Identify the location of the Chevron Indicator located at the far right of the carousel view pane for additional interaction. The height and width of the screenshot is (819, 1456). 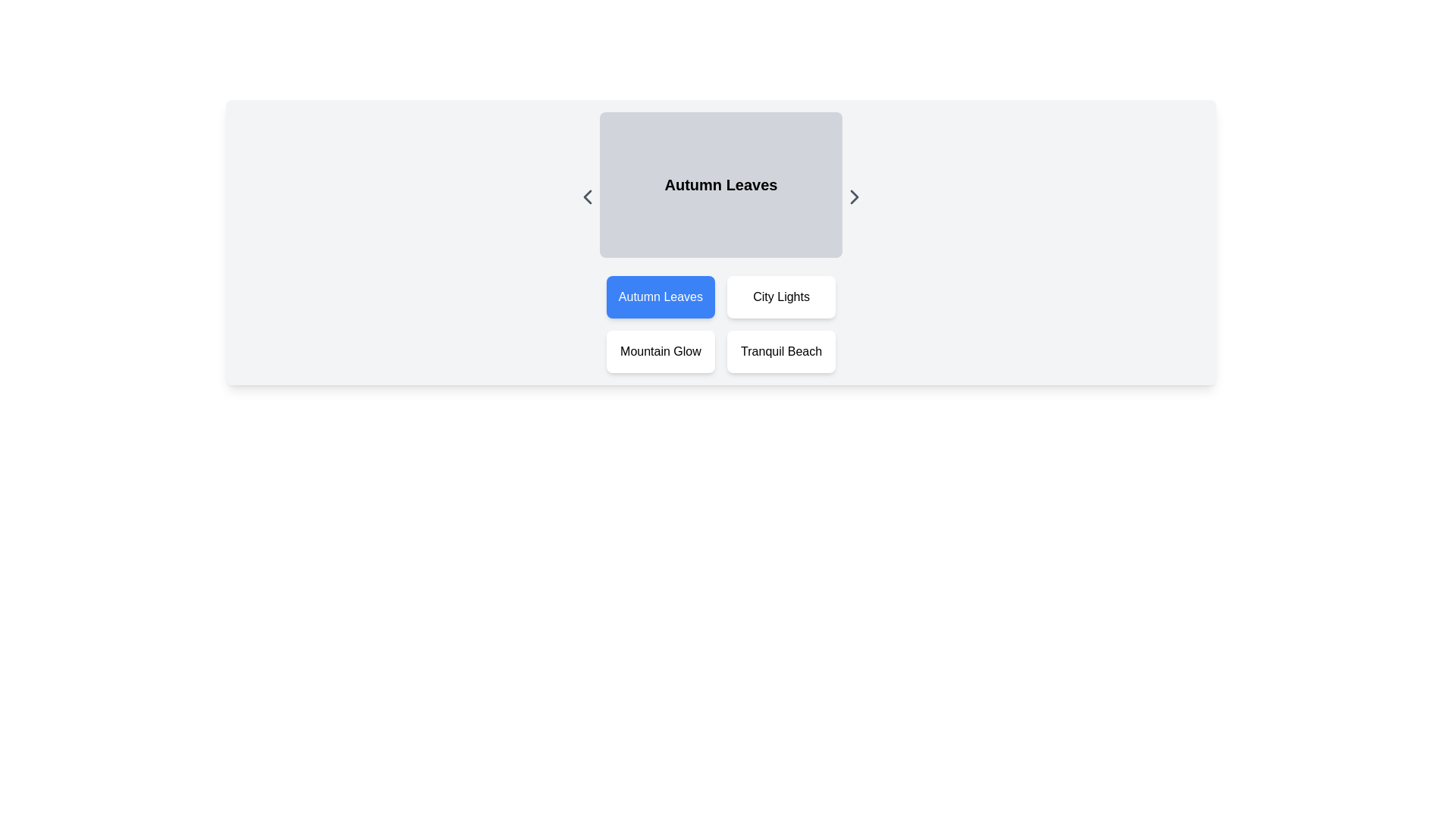
(855, 196).